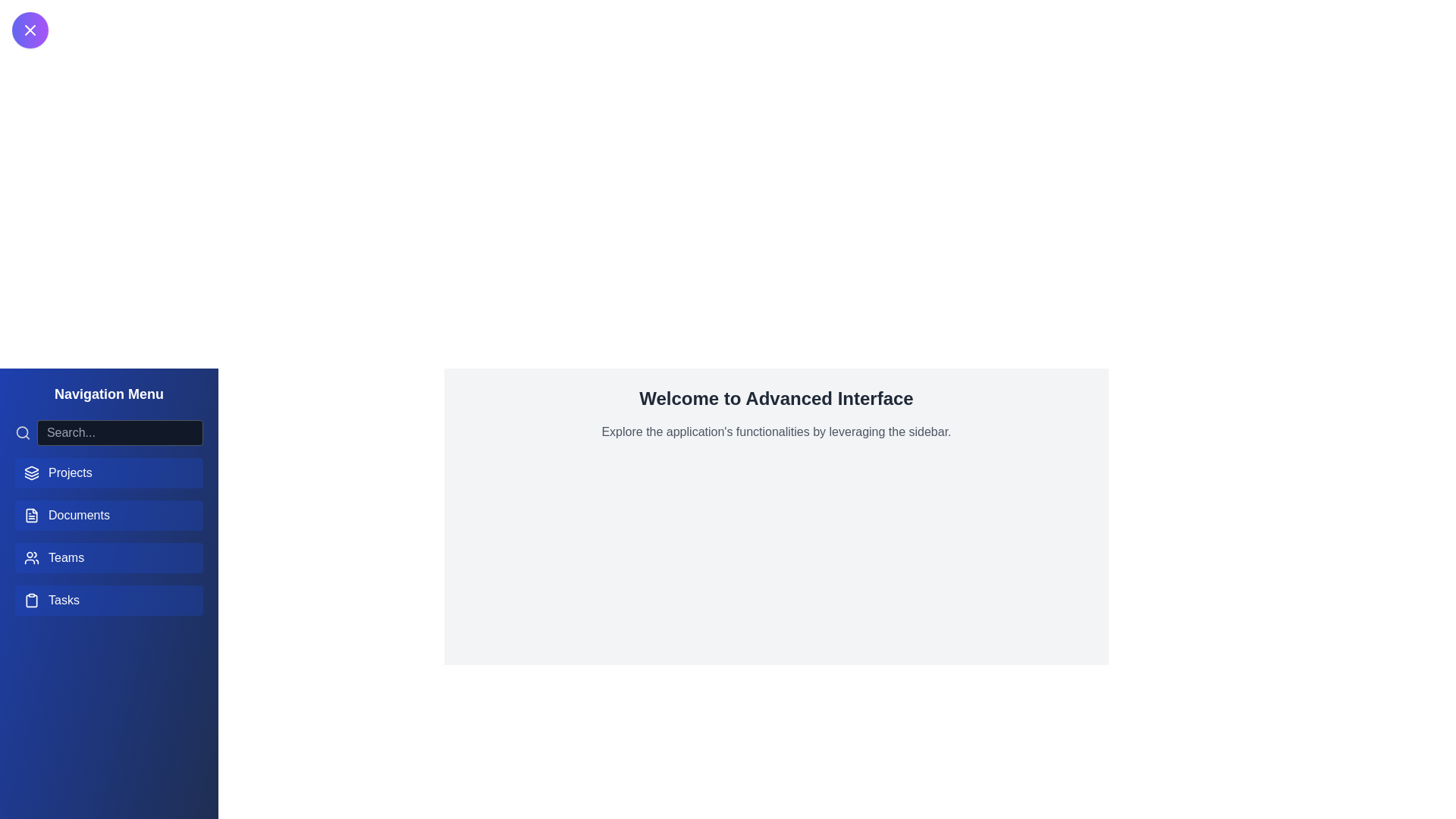 The height and width of the screenshot is (819, 1456). I want to click on the navigation menu item Documents, so click(108, 514).